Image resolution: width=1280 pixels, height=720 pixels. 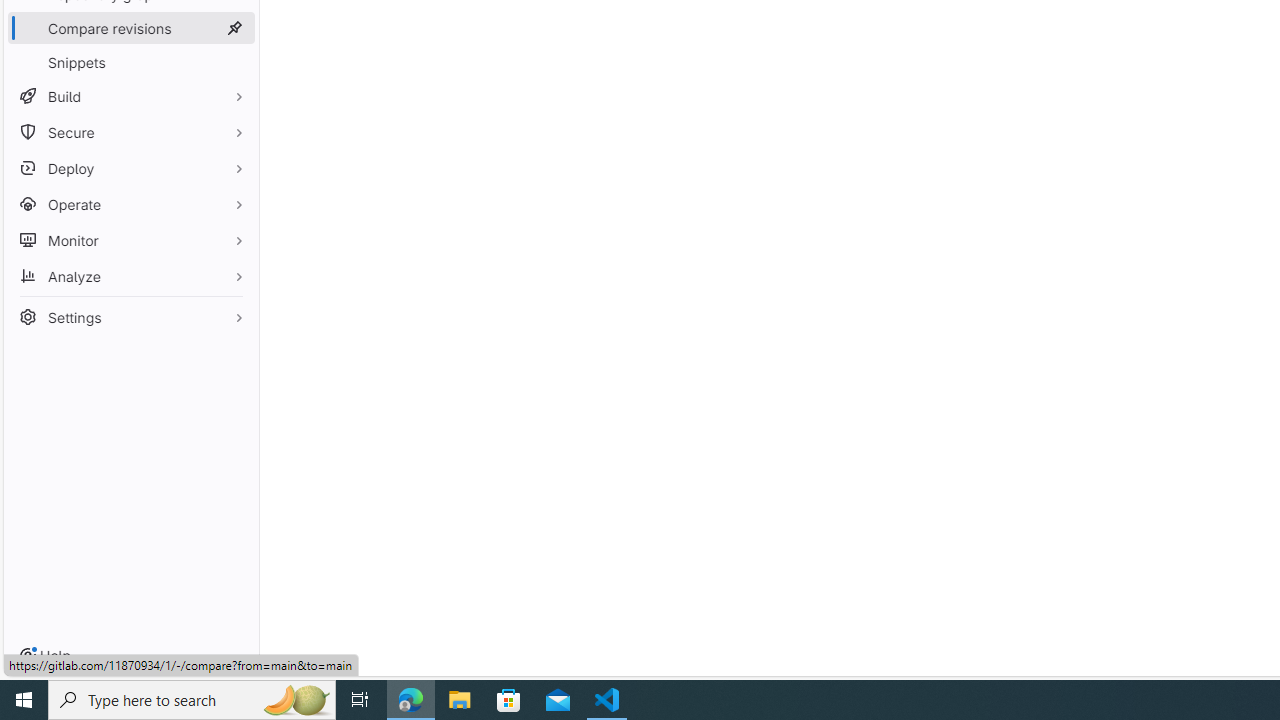 I want to click on 'Pin Compare revisions', so click(x=234, y=28).